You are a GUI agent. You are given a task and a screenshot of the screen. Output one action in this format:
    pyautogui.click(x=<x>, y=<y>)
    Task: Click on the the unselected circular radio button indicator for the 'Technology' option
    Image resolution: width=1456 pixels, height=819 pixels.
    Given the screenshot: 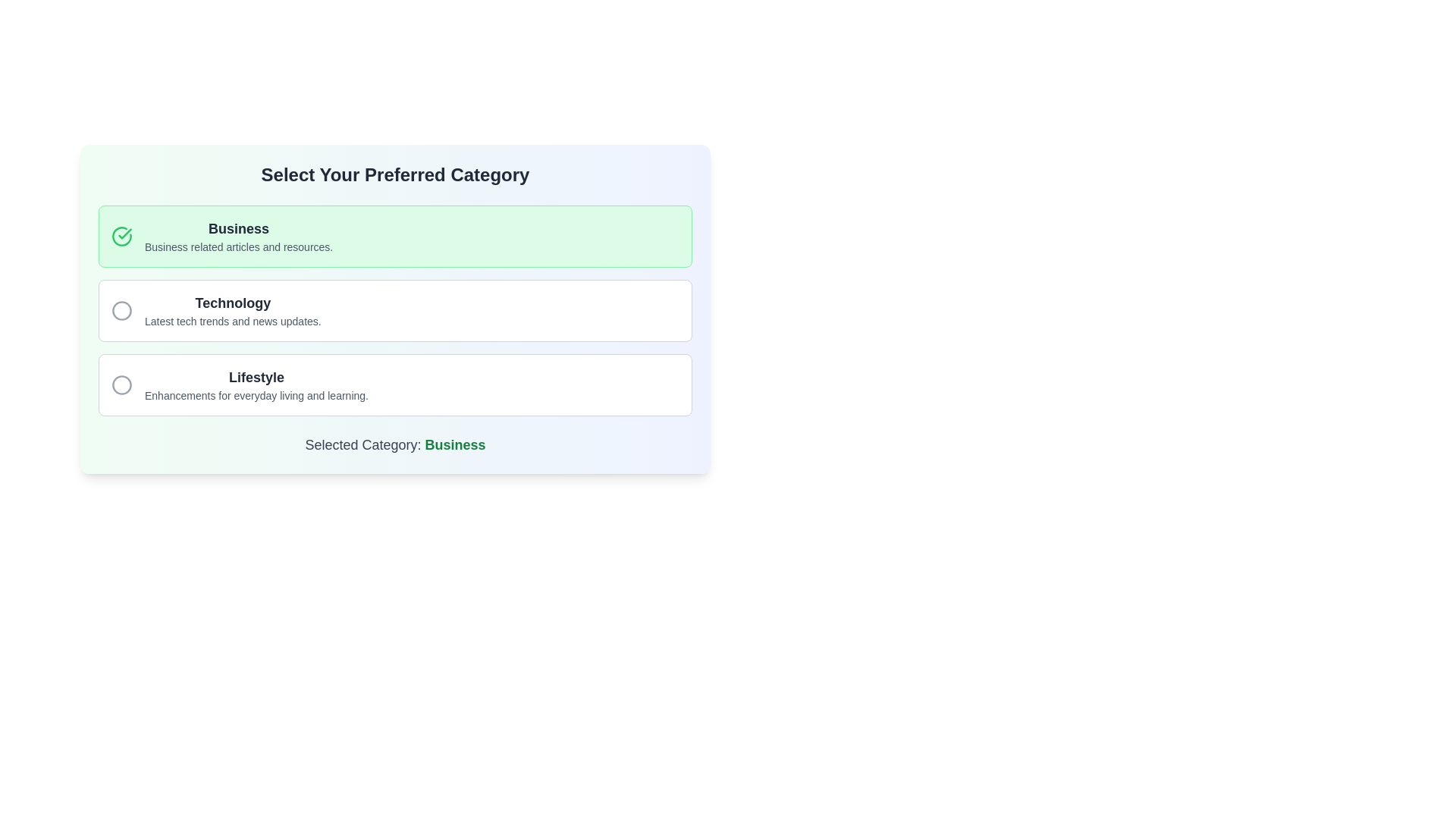 What is the action you would take?
    pyautogui.click(x=122, y=309)
    